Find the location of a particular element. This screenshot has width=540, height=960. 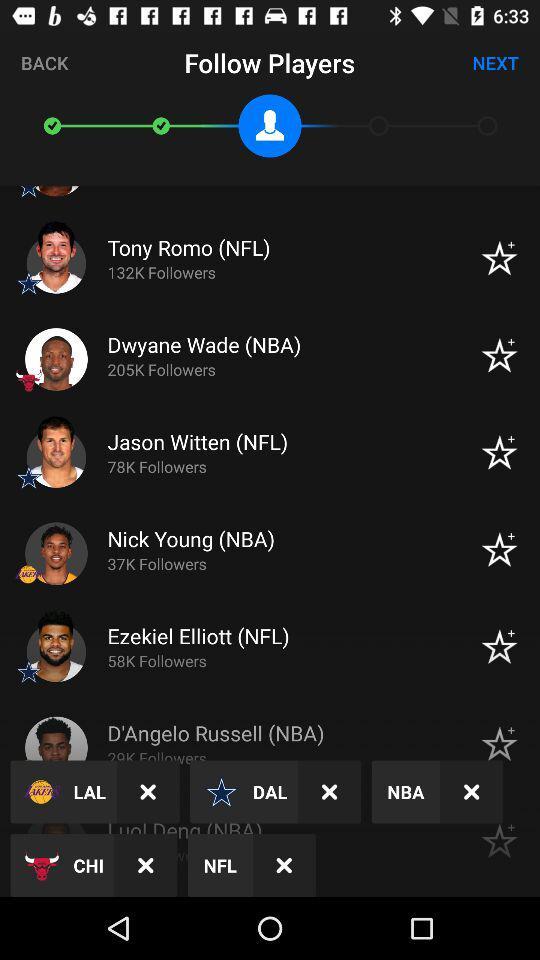

the image icon in front of text dangelo russell is located at coordinates (56, 747).